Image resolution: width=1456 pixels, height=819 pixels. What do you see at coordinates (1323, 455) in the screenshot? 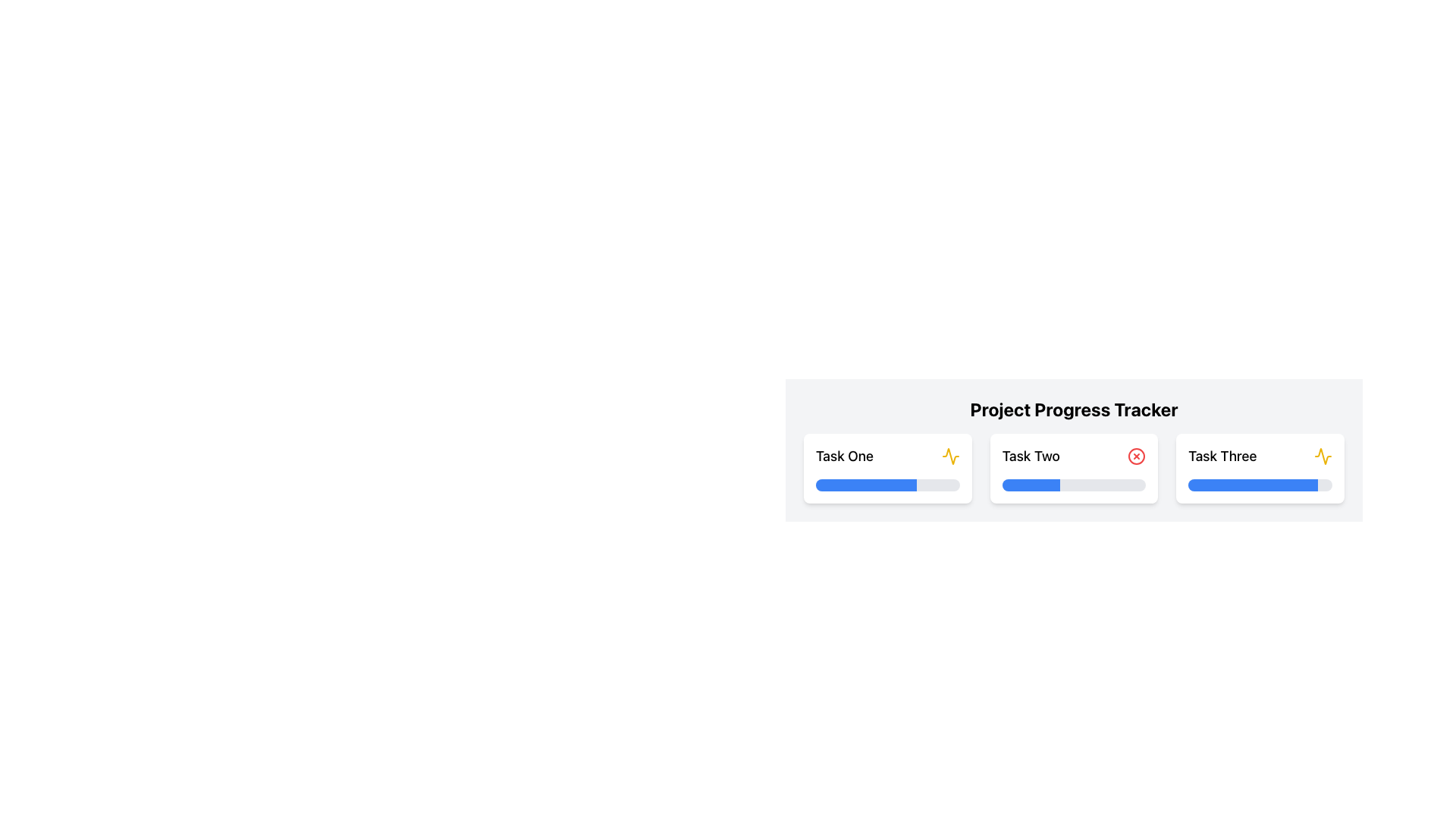
I see `the icon graphic located to the right of the text 'Task Three' which serves as a visual indicator for progress or status` at bounding box center [1323, 455].